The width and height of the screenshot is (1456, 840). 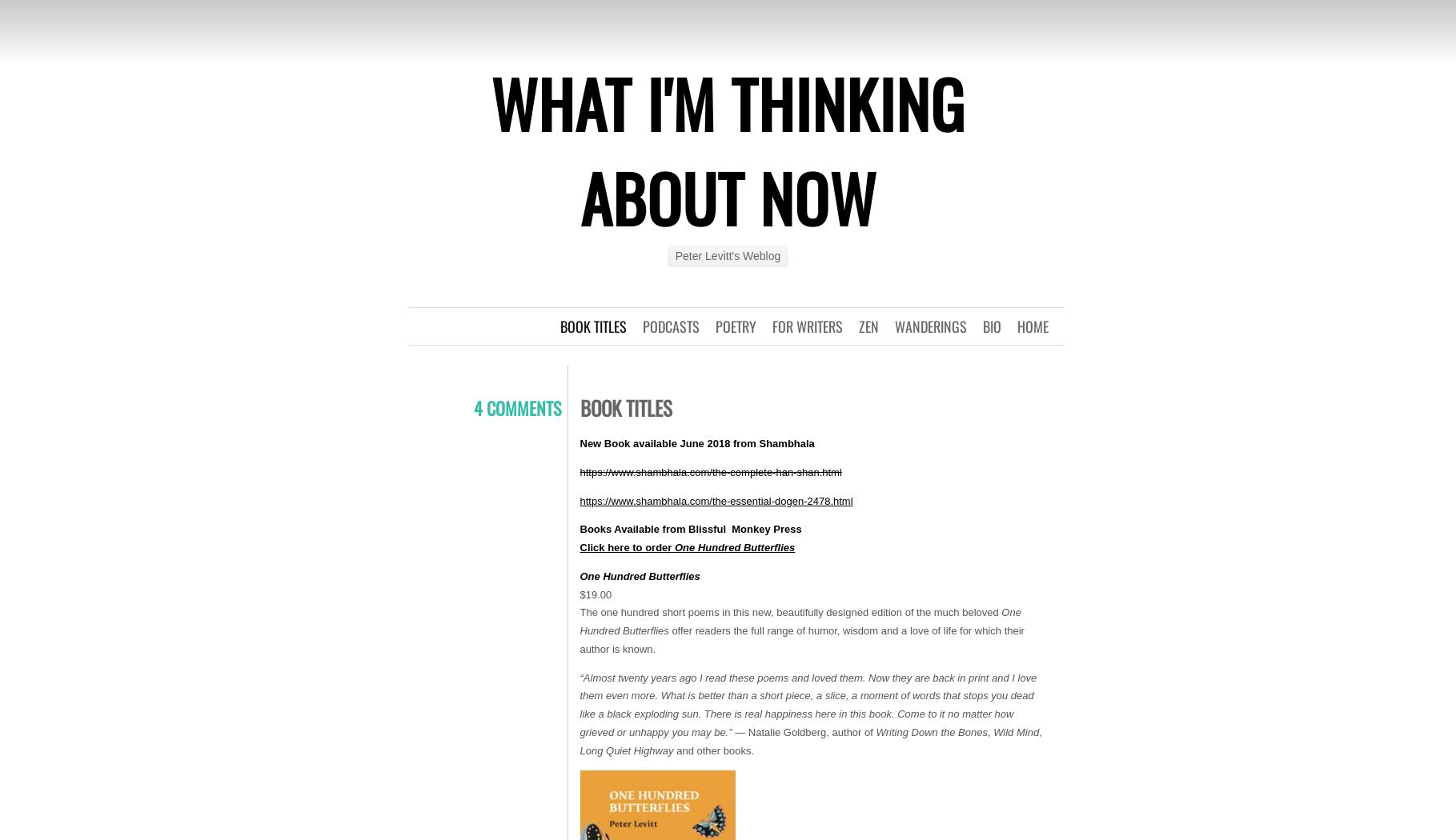 What do you see at coordinates (727, 256) in the screenshot?
I see `'Peter Levitt's Weblog'` at bounding box center [727, 256].